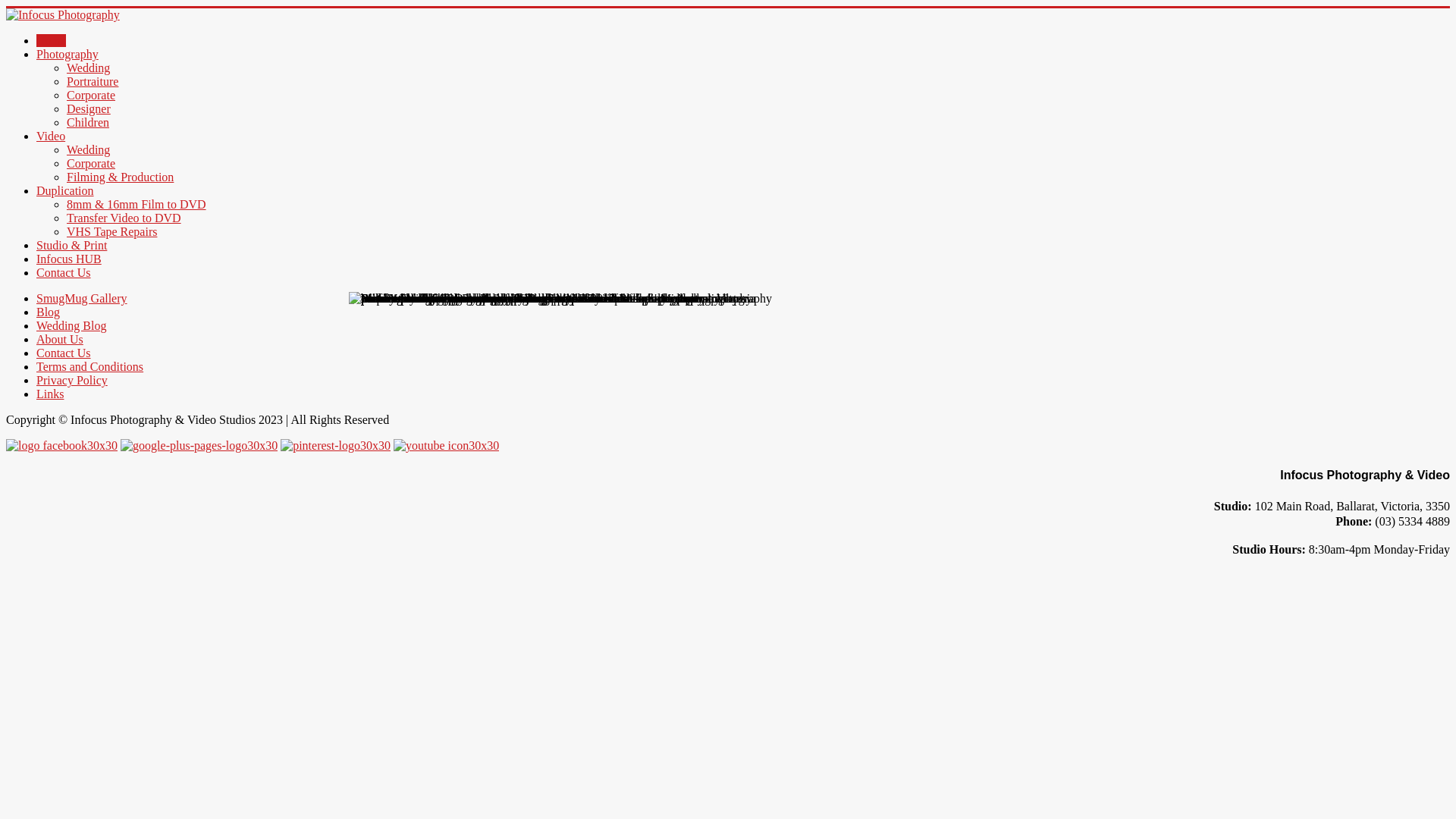  Describe the element at coordinates (68, 258) in the screenshot. I see `'Infocus HUB'` at that location.